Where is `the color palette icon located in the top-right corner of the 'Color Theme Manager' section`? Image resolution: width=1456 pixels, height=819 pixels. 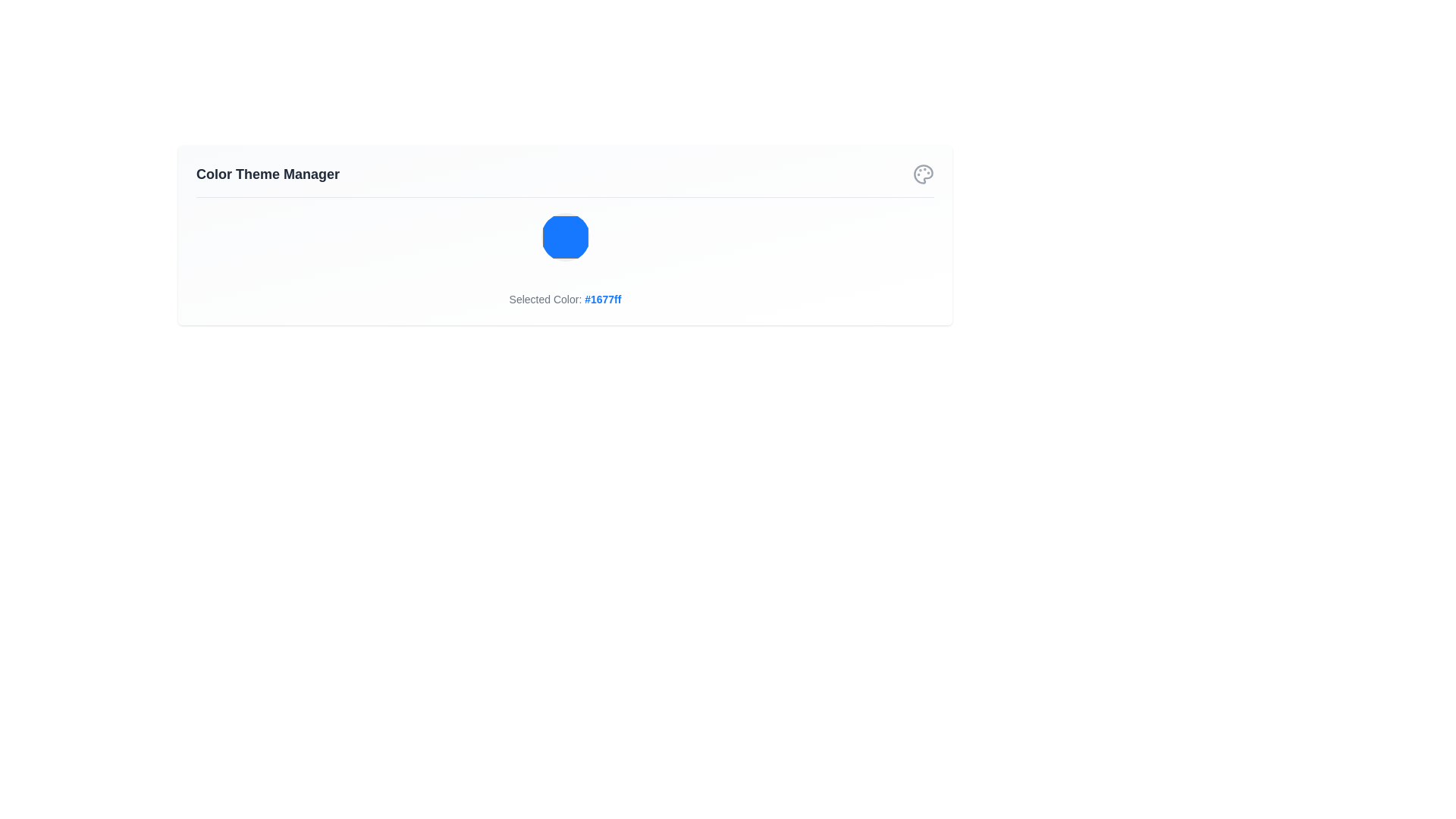 the color palette icon located in the top-right corner of the 'Color Theme Manager' section is located at coordinates (923, 174).